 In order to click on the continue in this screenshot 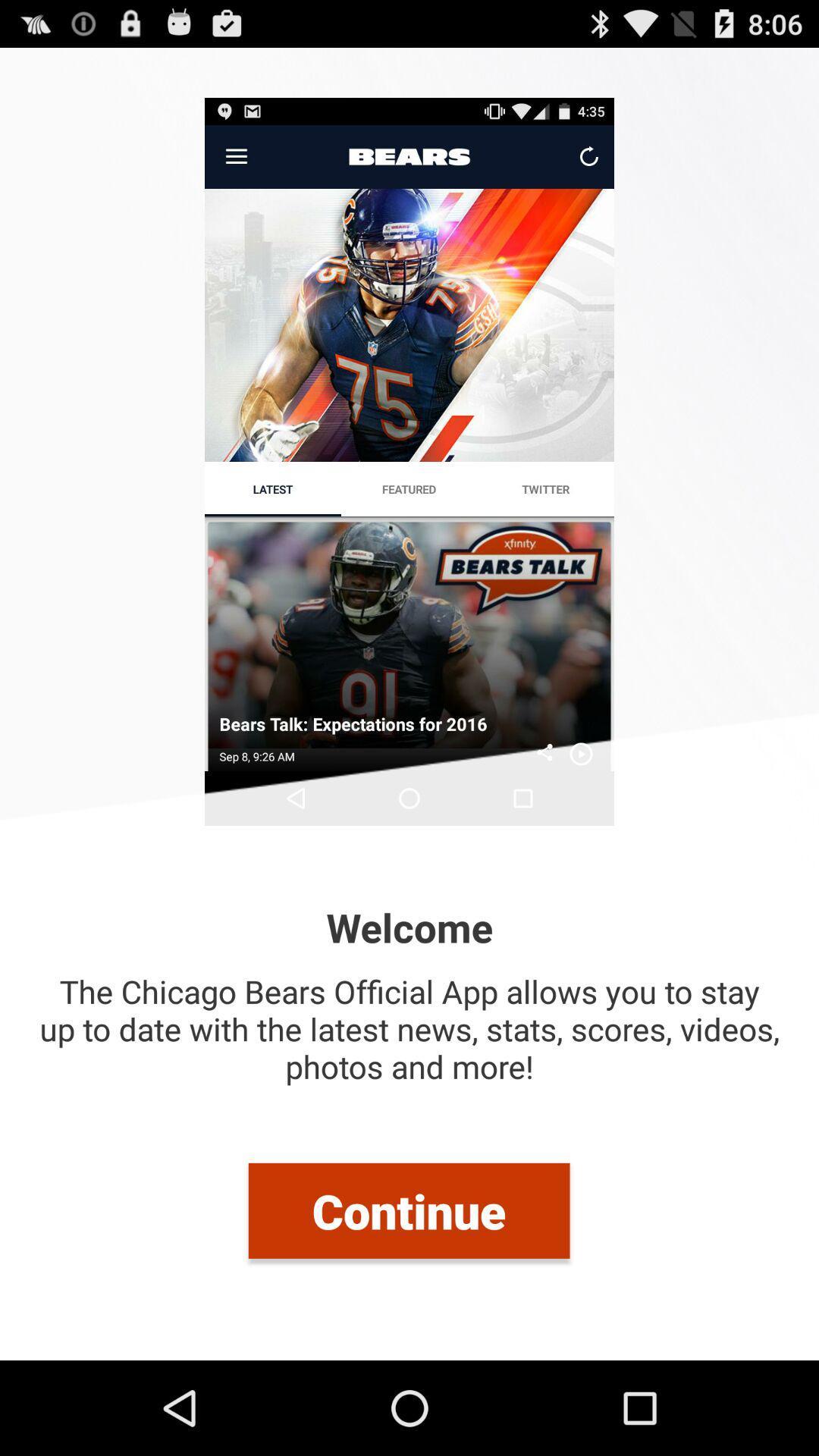, I will do `click(408, 1210)`.